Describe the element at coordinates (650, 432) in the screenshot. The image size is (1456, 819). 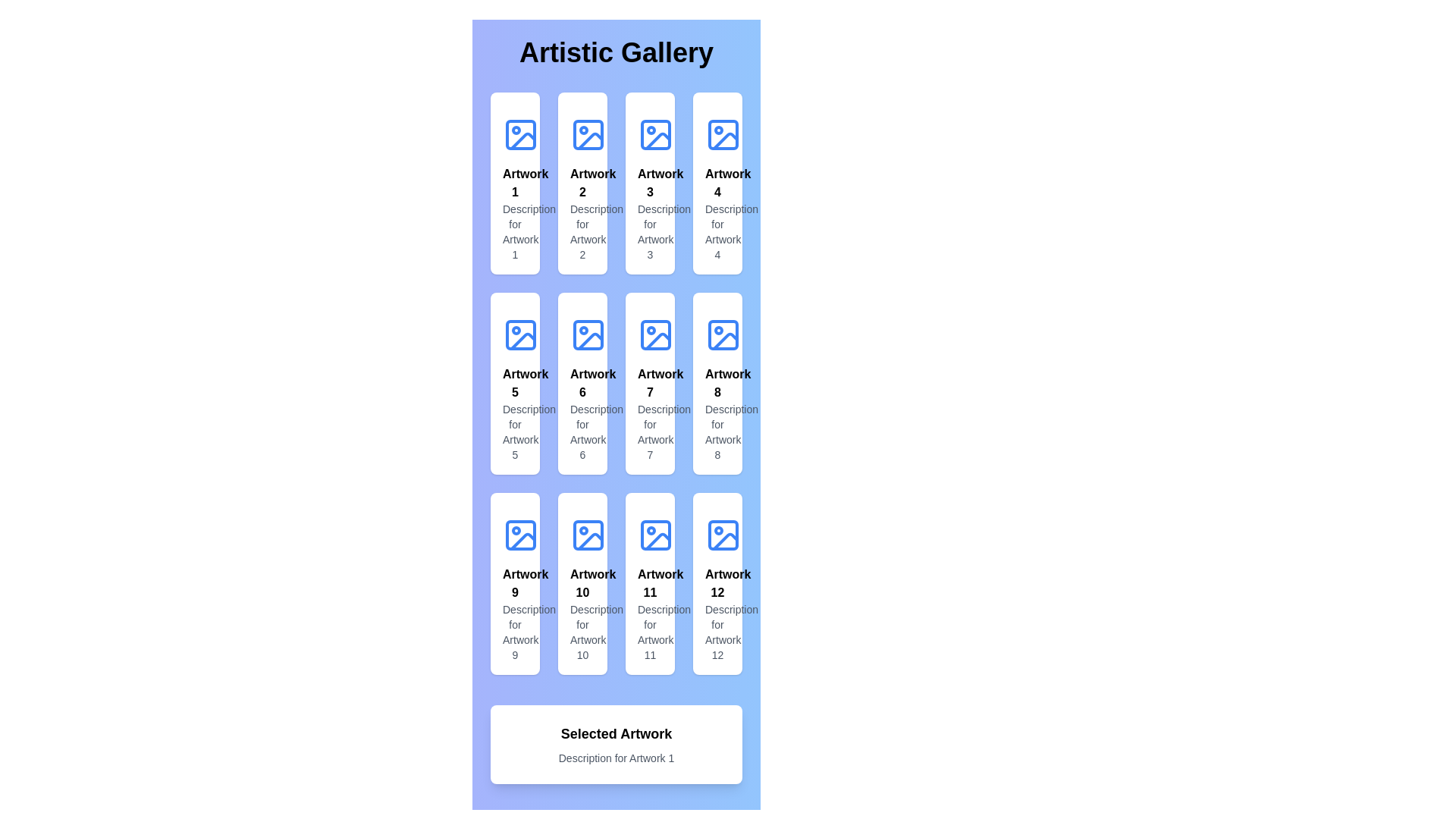
I see `the text label 'Description for Artwork 7' which is styled in a small, centered, gray font and located within a white card below the title 'Artwork 7'` at that location.